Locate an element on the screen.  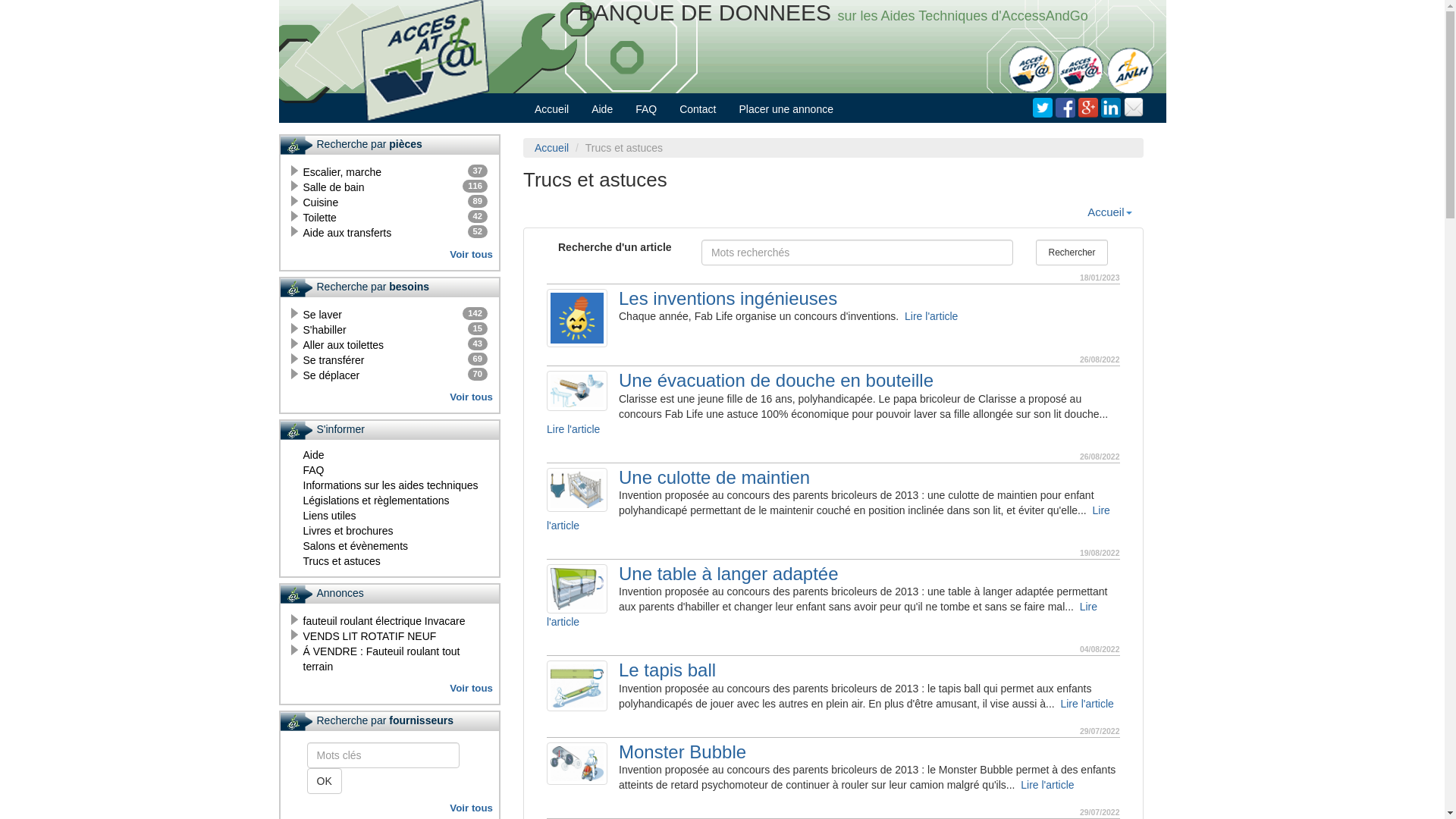
'Recherche par besoins' is located at coordinates (390, 287).